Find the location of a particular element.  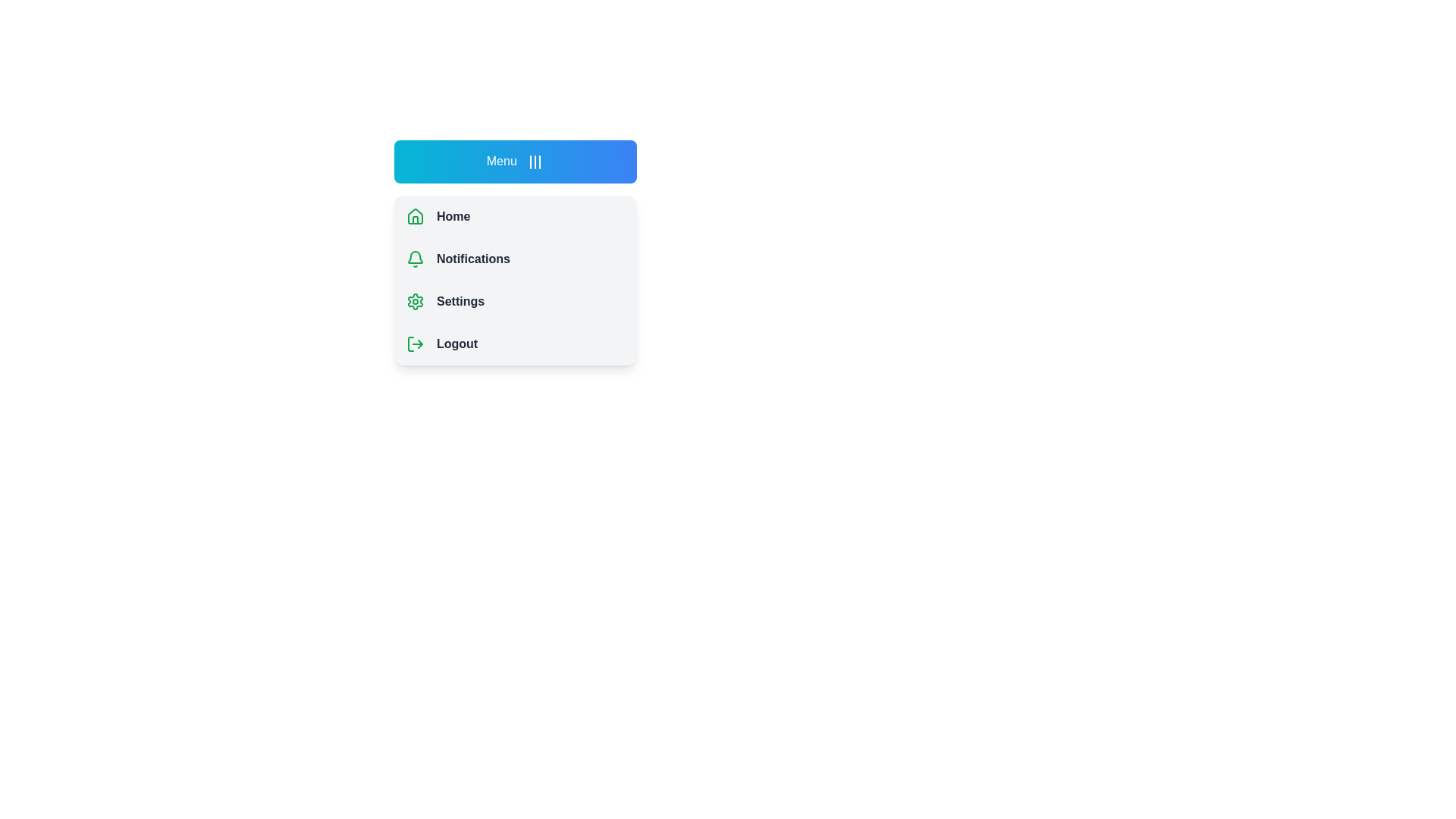

the menu item Settings to select it is located at coordinates (516, 301).